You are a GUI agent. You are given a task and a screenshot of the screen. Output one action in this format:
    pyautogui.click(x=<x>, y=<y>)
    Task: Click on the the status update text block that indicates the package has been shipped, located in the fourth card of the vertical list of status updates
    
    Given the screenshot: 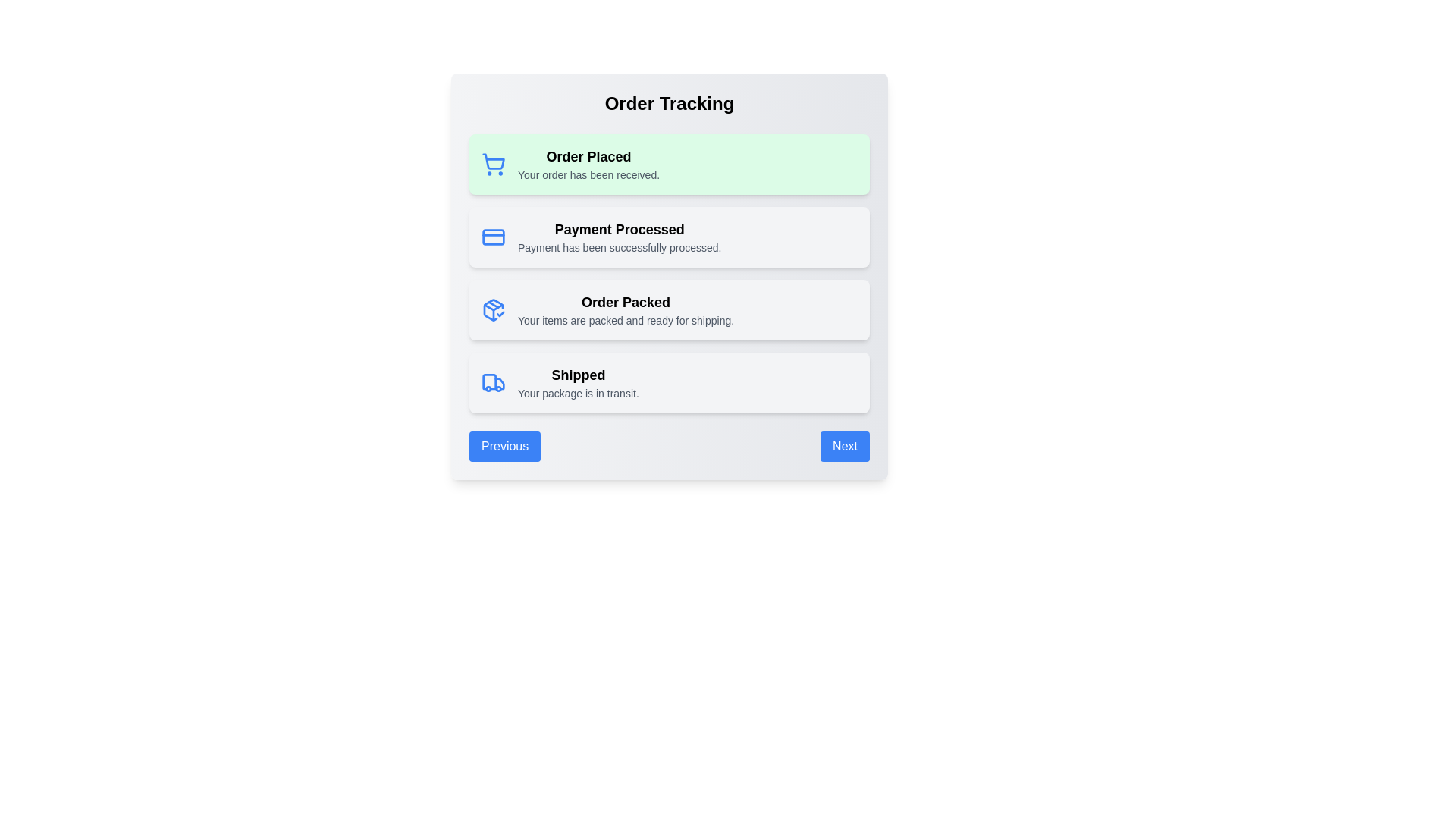 What is the action you would take?
    pyautogui.click(x=577, y=382)
    